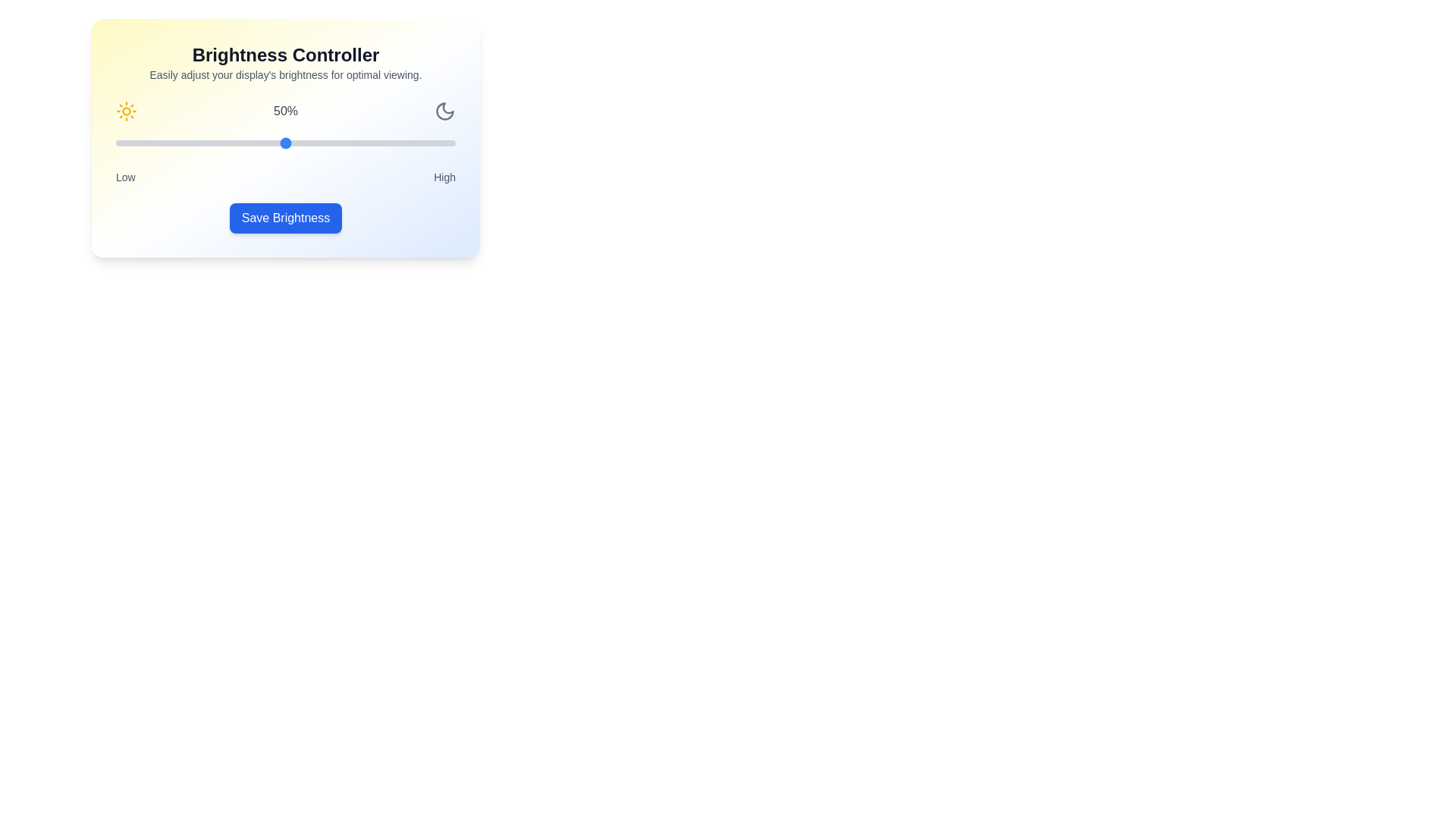 The height and width of the screenshot is (819, 1456). Describe the element at coordinates (422, 143) in the screenshot. I see `the brightness slider to 90%` at that location.